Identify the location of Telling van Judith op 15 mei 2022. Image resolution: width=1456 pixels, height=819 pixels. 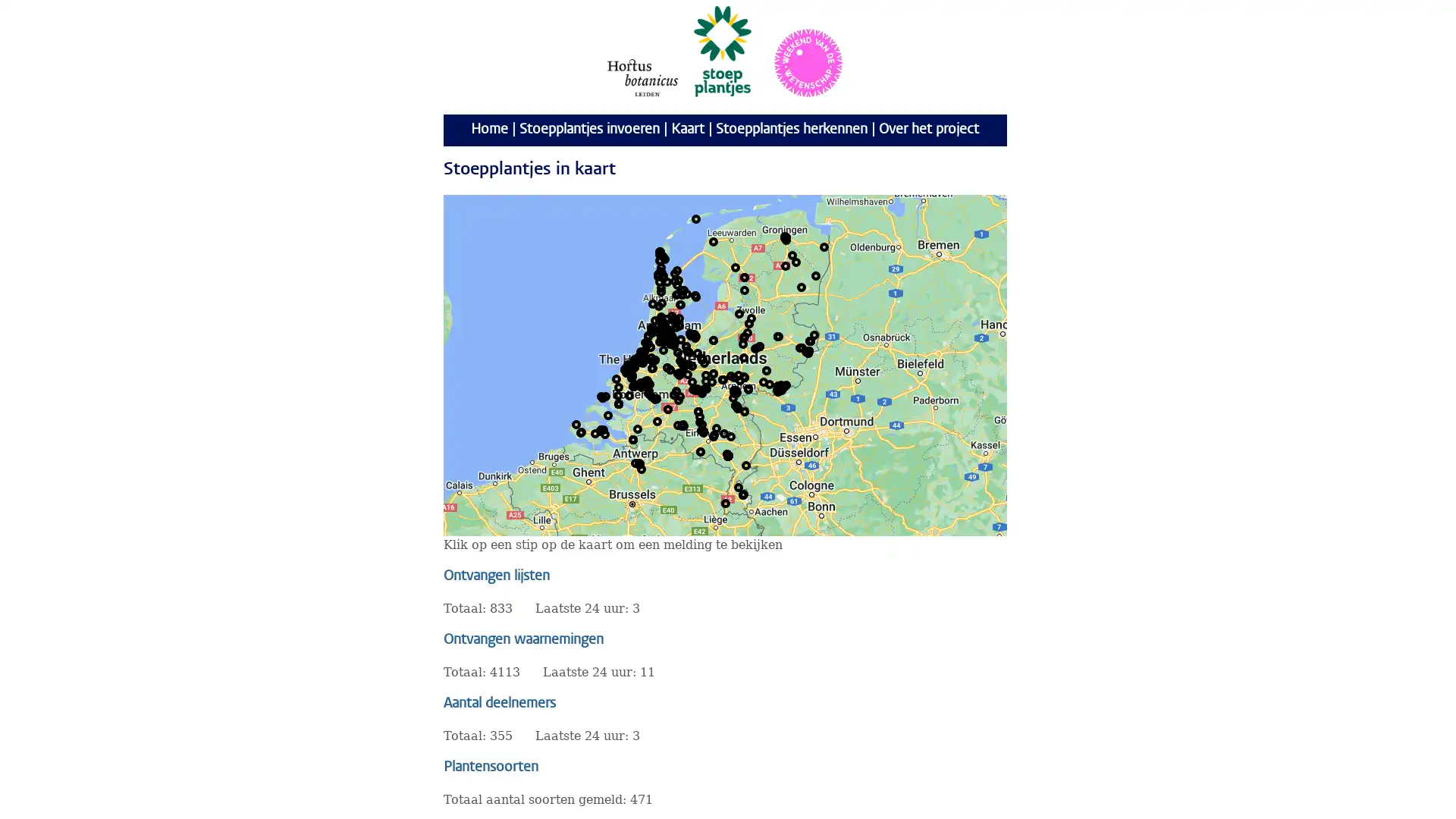
(600, 429).